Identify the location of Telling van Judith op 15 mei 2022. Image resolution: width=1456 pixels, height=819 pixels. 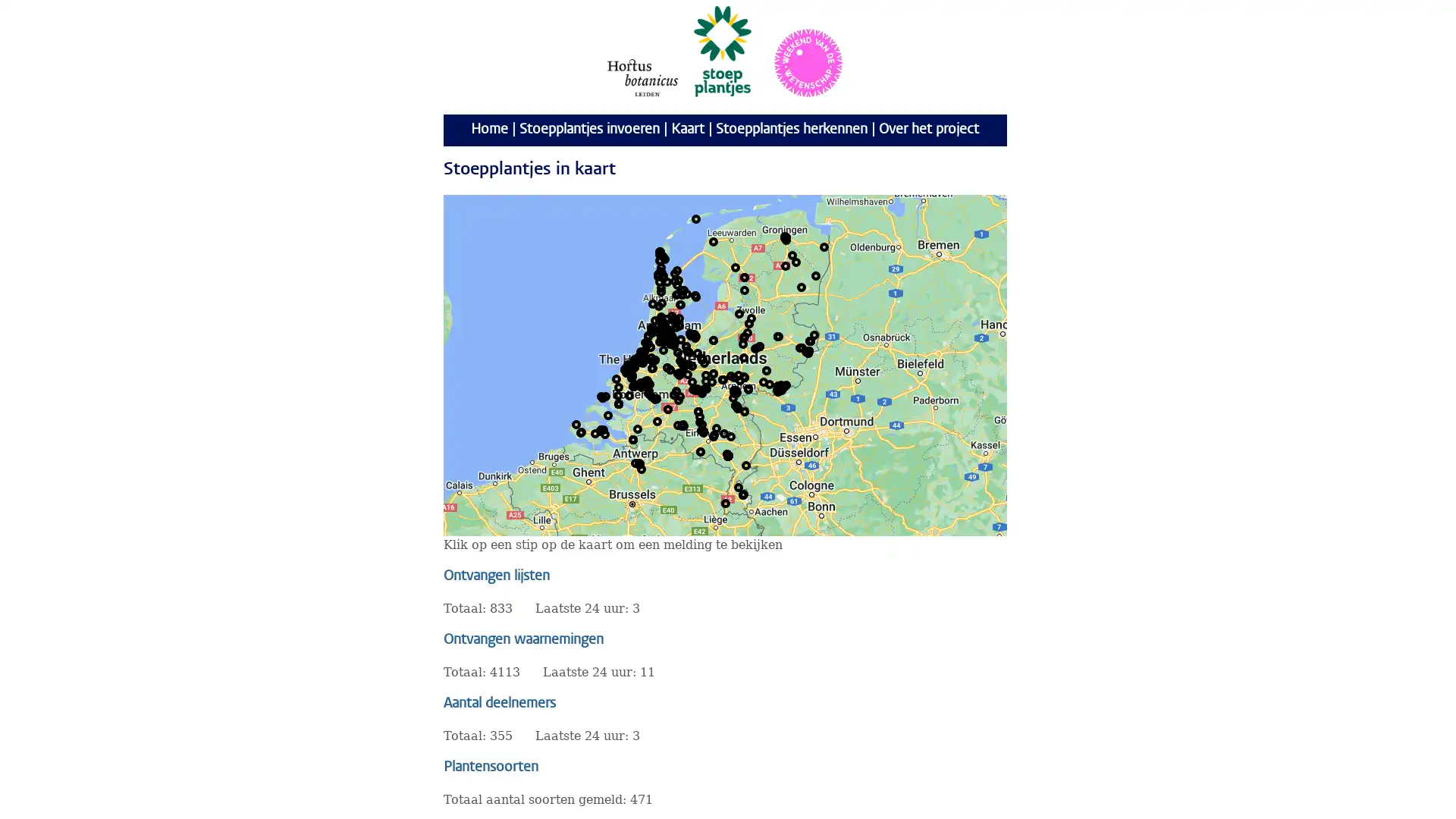
(600, 429).